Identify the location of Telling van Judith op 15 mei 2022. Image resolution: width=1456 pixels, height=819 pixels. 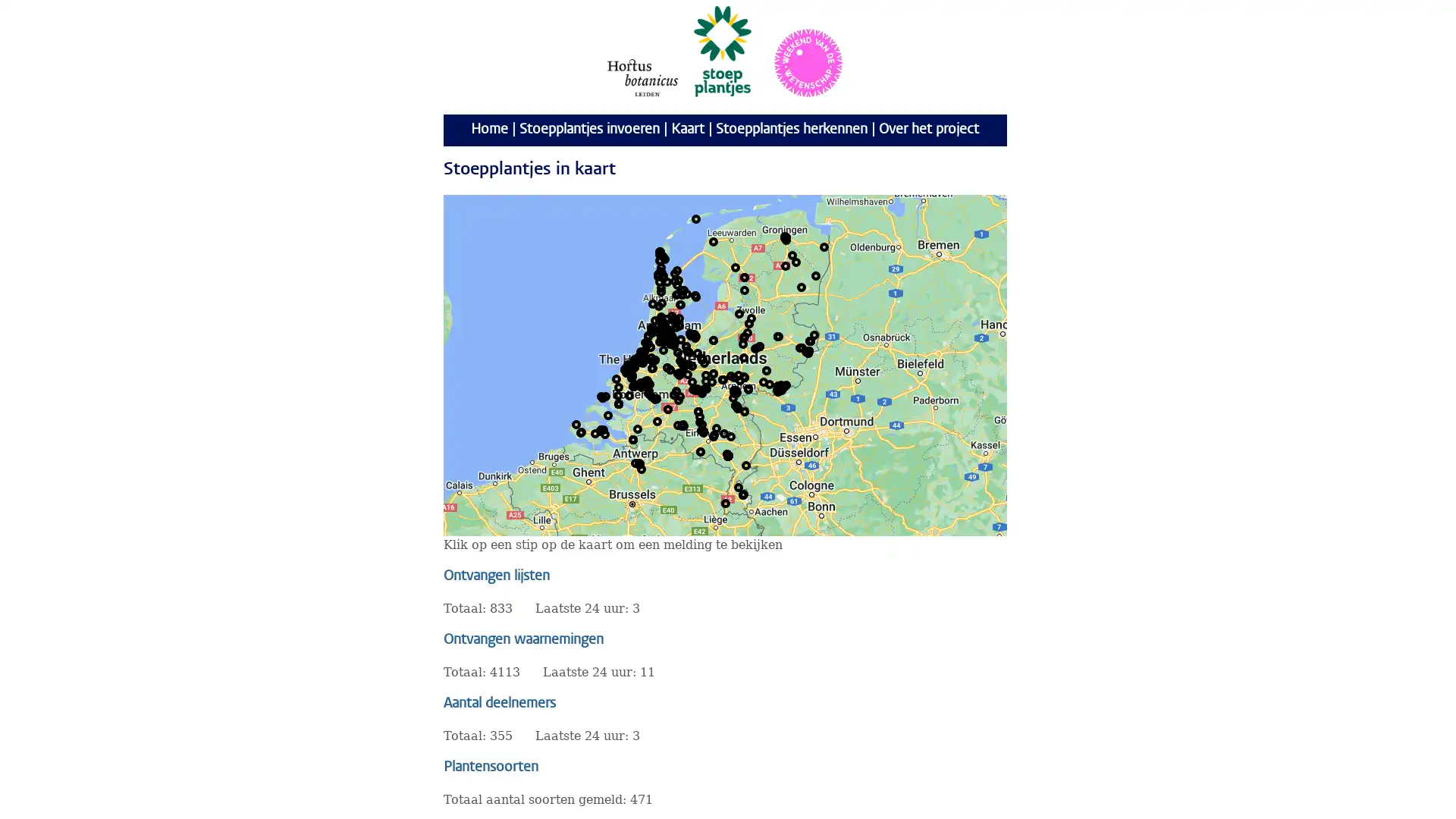
(600, 429).